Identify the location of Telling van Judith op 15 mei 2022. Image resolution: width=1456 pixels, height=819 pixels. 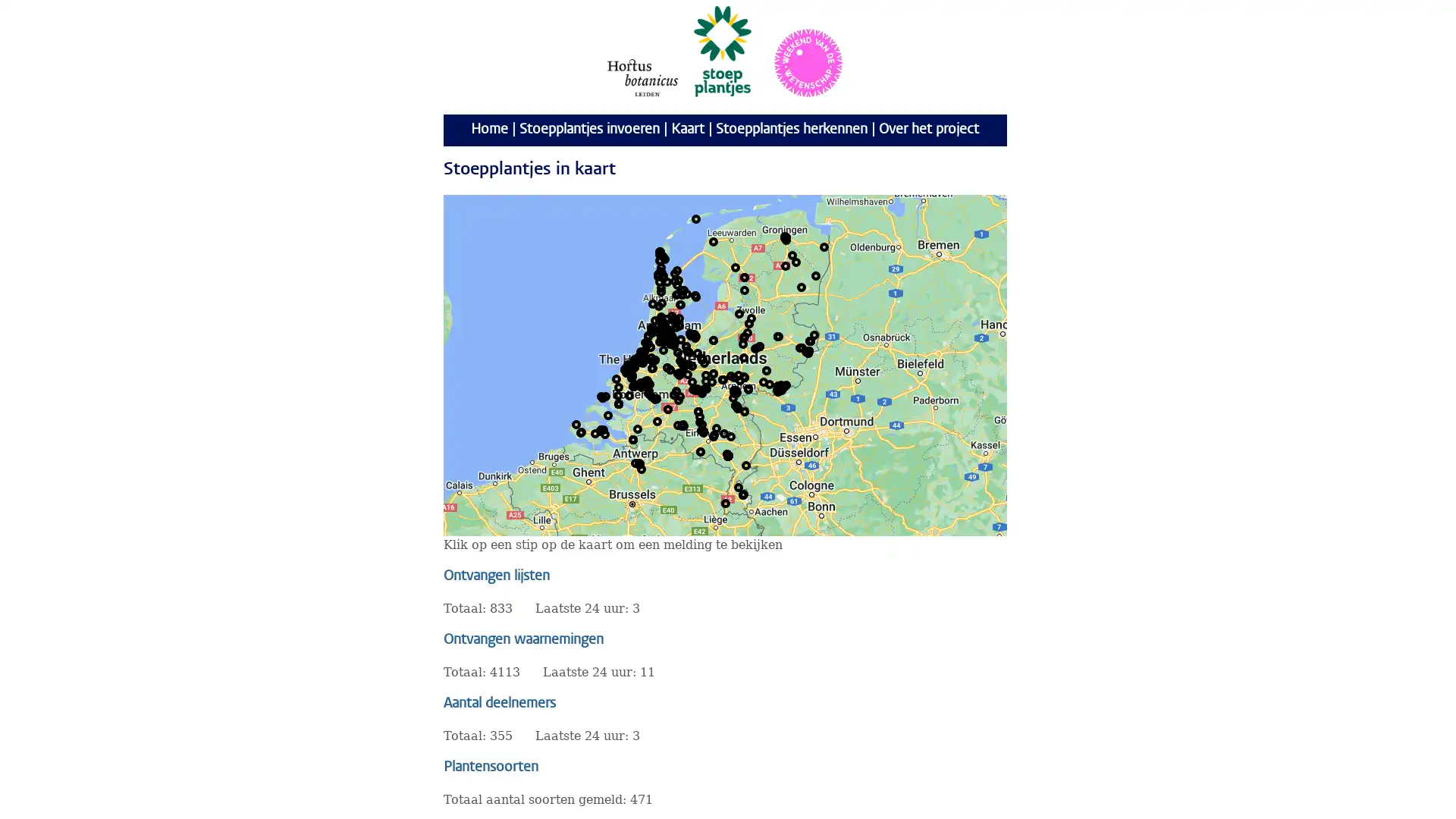
(600, 429).